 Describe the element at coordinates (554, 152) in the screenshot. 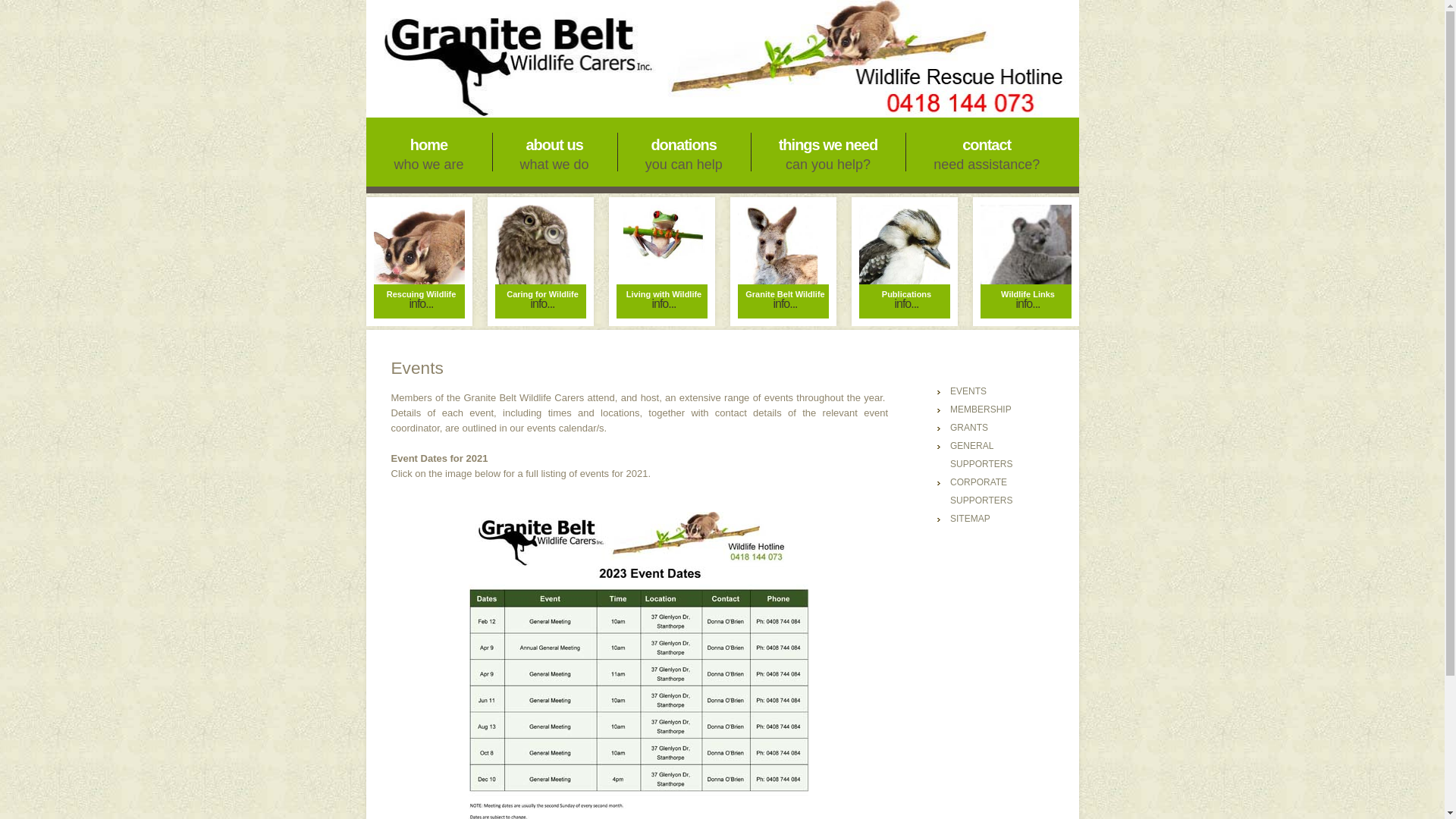

I see `'about us` at that location.